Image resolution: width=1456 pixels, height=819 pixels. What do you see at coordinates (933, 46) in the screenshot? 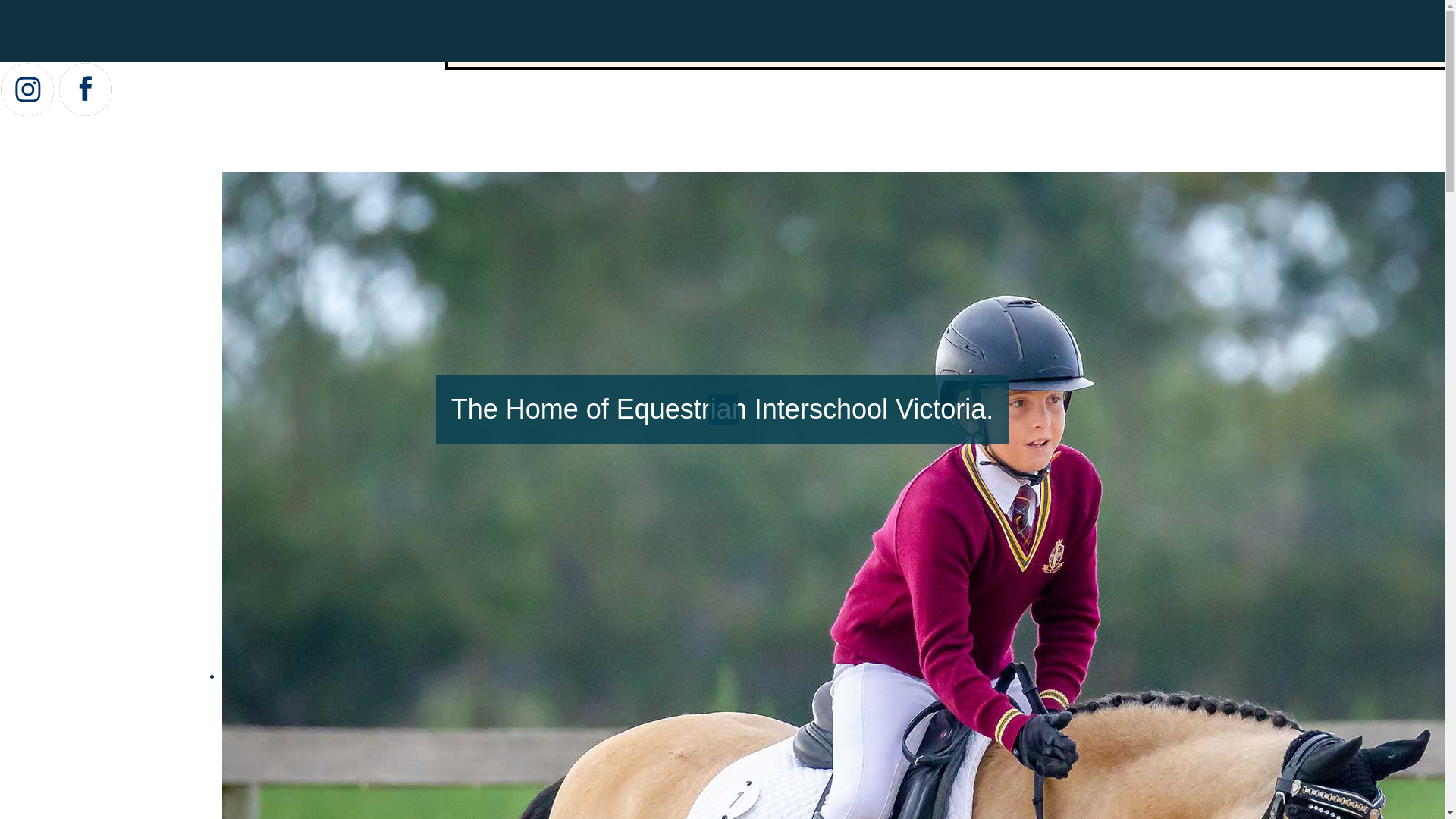
I see `'EVENTING'` at bounding box center [933, 46].